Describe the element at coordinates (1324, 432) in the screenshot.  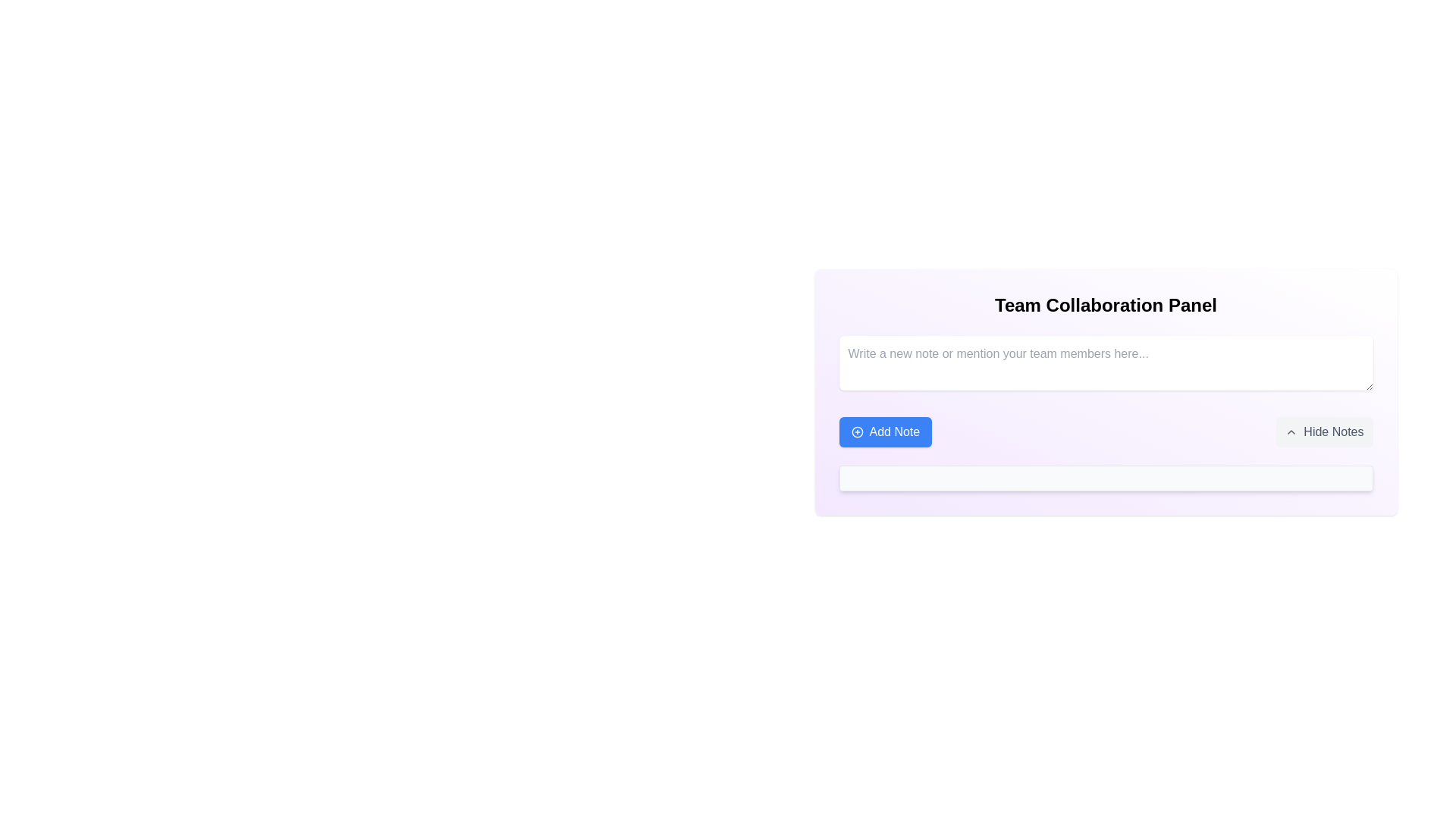
I see `the 'Hide Notes' button` at that location.